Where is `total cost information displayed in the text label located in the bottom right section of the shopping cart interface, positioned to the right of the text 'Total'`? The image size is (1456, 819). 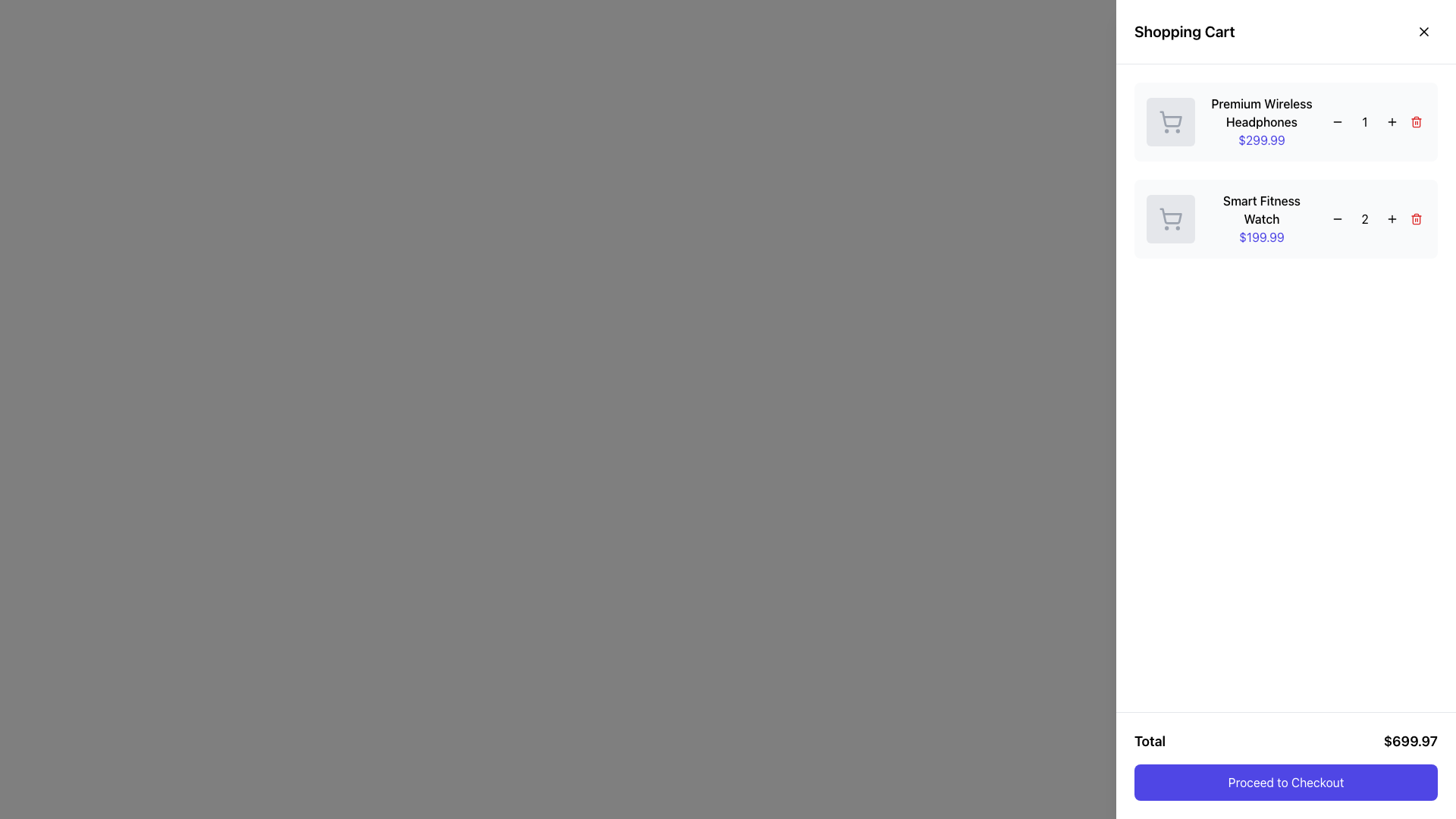
total cost information displayed in the text label located in the bottom right section of the shopping cart interface, positioned to the right of the text 'Total' is located at coordinates (1410, 741).